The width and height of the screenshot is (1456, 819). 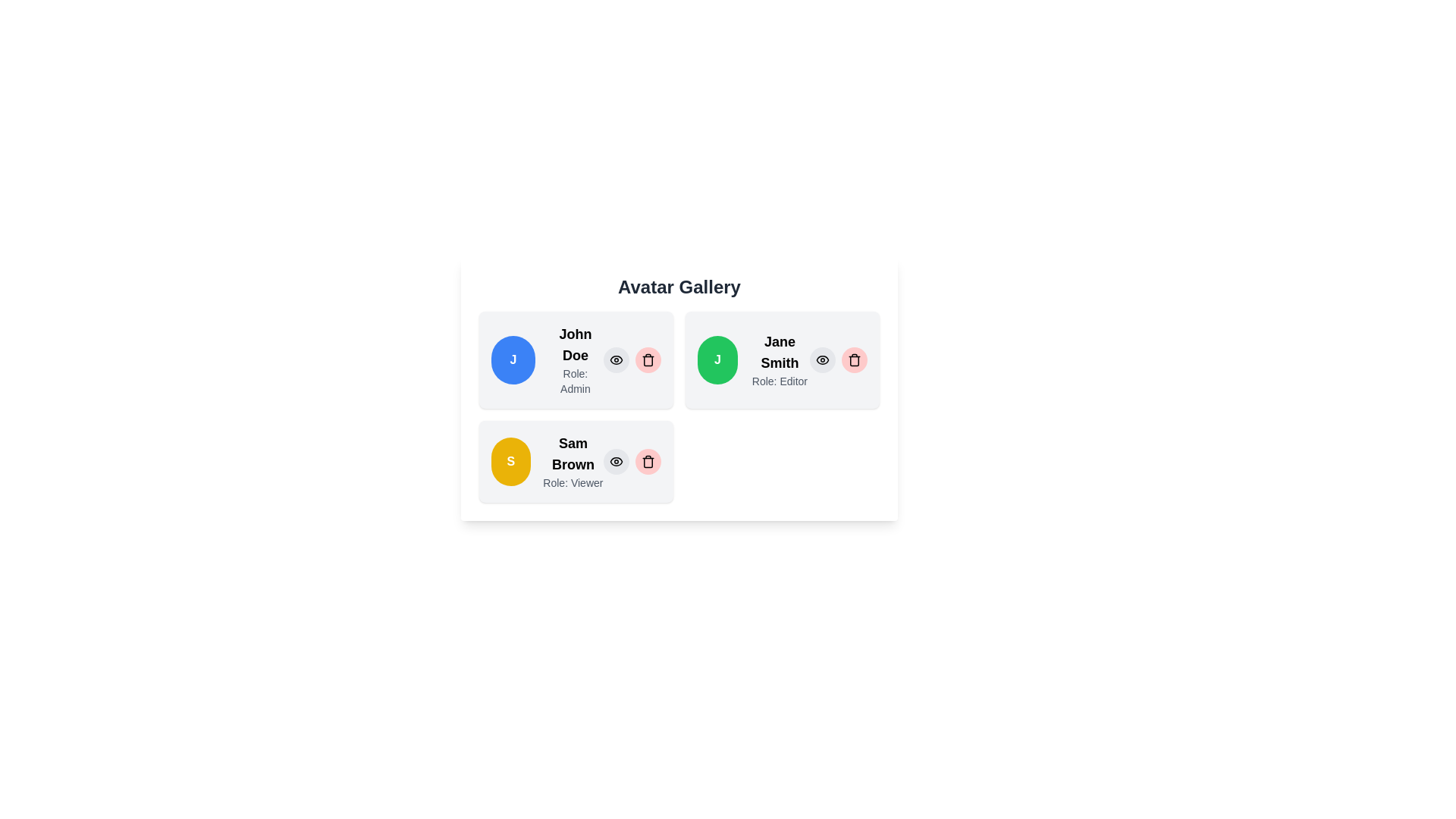 What do you see at coordinates (572, 461) in the screenshot?
I see `the text block displaying the name 'Sam Brown' and role 'Viewer', which is located in the bottom left of the grid layout, part of the Avatar Gallery` at bounding box center [572, 461].